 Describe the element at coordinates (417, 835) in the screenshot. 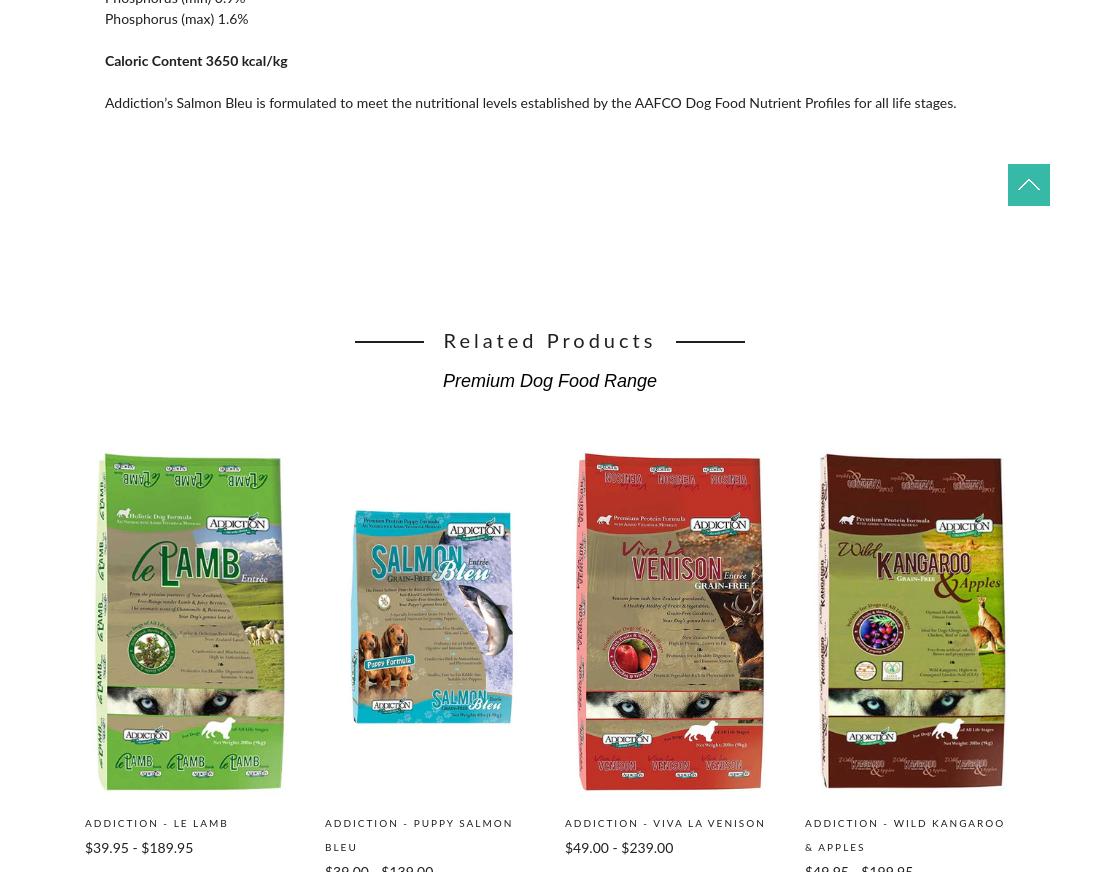

I see `'Addiction - Puppy Salmon Bleu'` at that location.